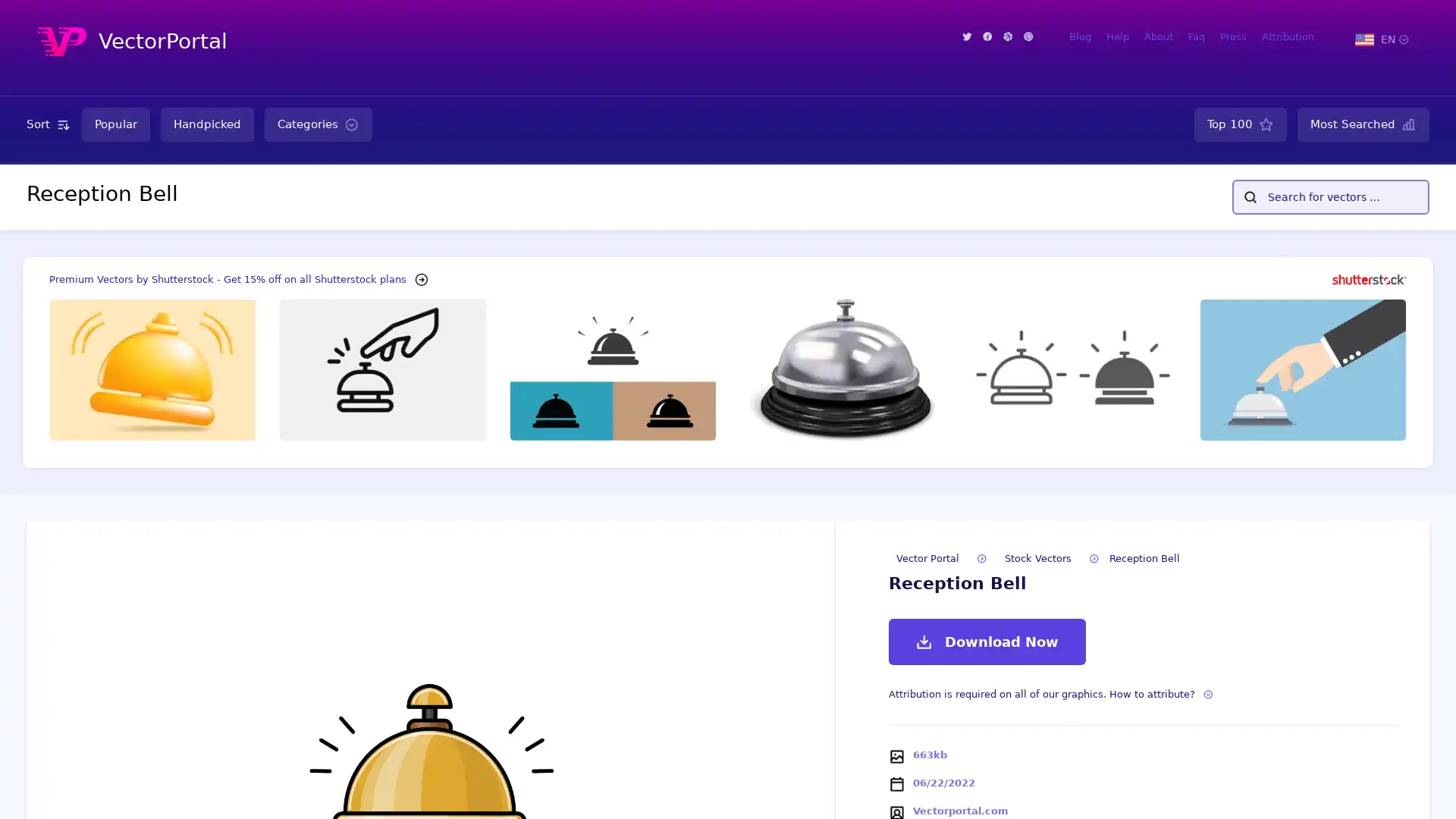  I want to click on EN, so click(1381, 38).